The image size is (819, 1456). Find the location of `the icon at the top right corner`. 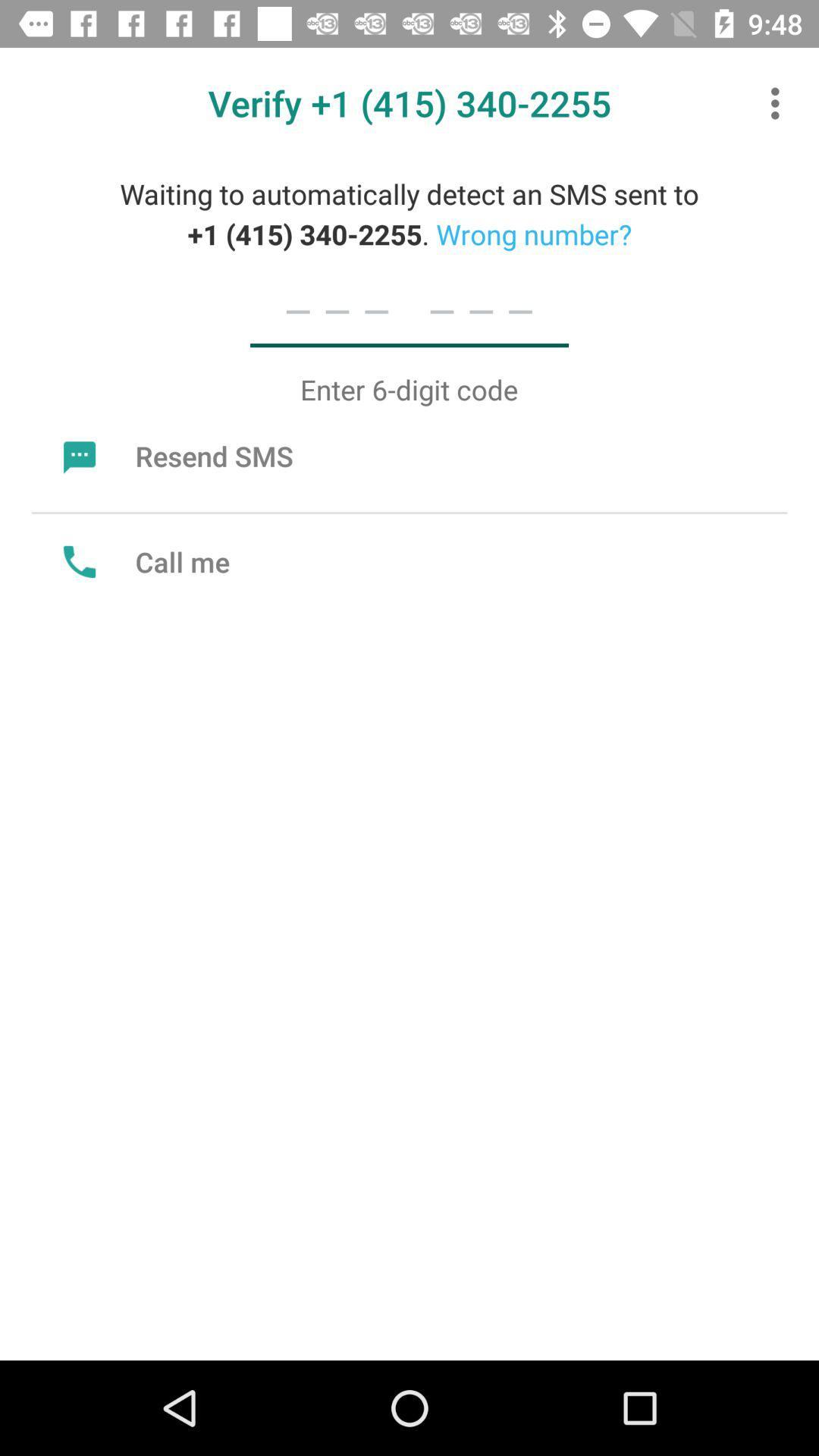

the icon at the top right corner is located at coordinates (779, 102).